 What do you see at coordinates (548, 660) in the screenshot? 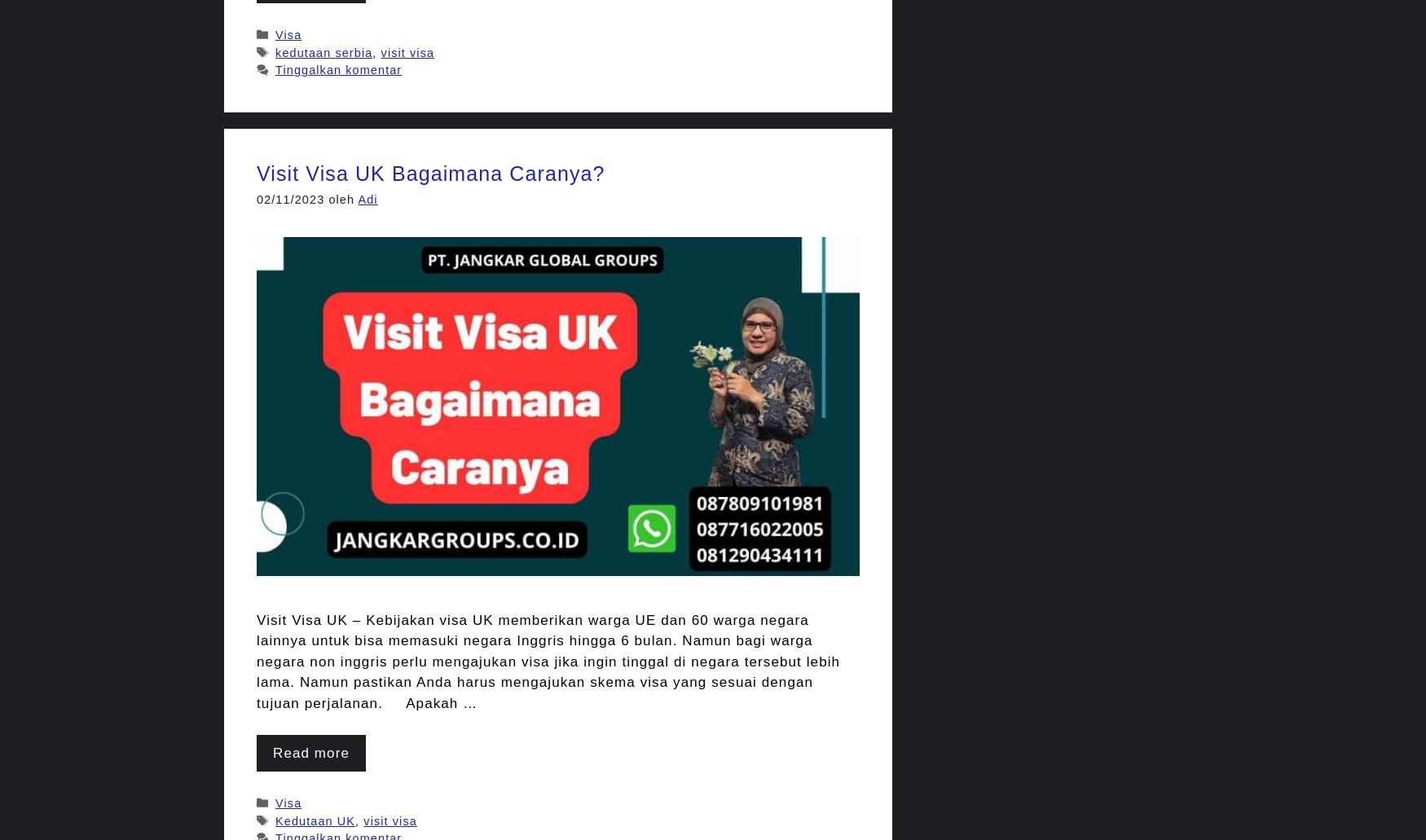
I see `'Visit Visa UK – Kebijakan visa UK memberikan warga UE dan 60 warga negara lainnya untuk bisa memasuki negara Inggris hingga 6 bulan. Namun bagi warga negara non inggris perlu mengajukan visa jika ingin tinggal di negara tersebut lebih lama. Namun pastikan Anda harus mengajukan skema visa yang sesuai dengan tujuan perjalanan.     Apakah …'` at bounding box center [548, 660].